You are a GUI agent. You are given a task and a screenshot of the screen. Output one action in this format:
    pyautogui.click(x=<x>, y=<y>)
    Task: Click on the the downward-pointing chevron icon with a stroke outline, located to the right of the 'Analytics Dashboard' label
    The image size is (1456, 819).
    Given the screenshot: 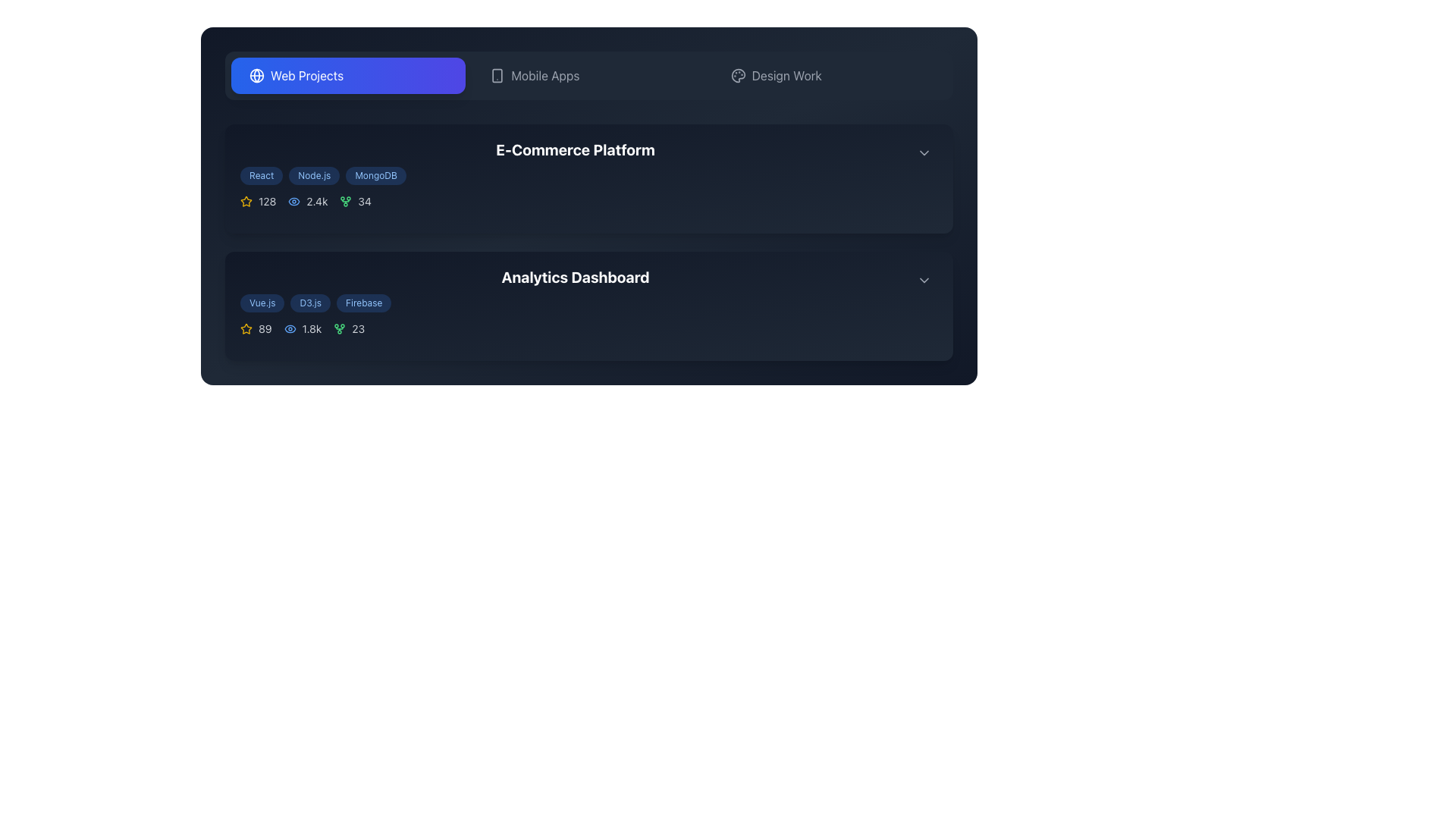 What is the action you would take?
    pyautogui.click(x=924, y=281)
    